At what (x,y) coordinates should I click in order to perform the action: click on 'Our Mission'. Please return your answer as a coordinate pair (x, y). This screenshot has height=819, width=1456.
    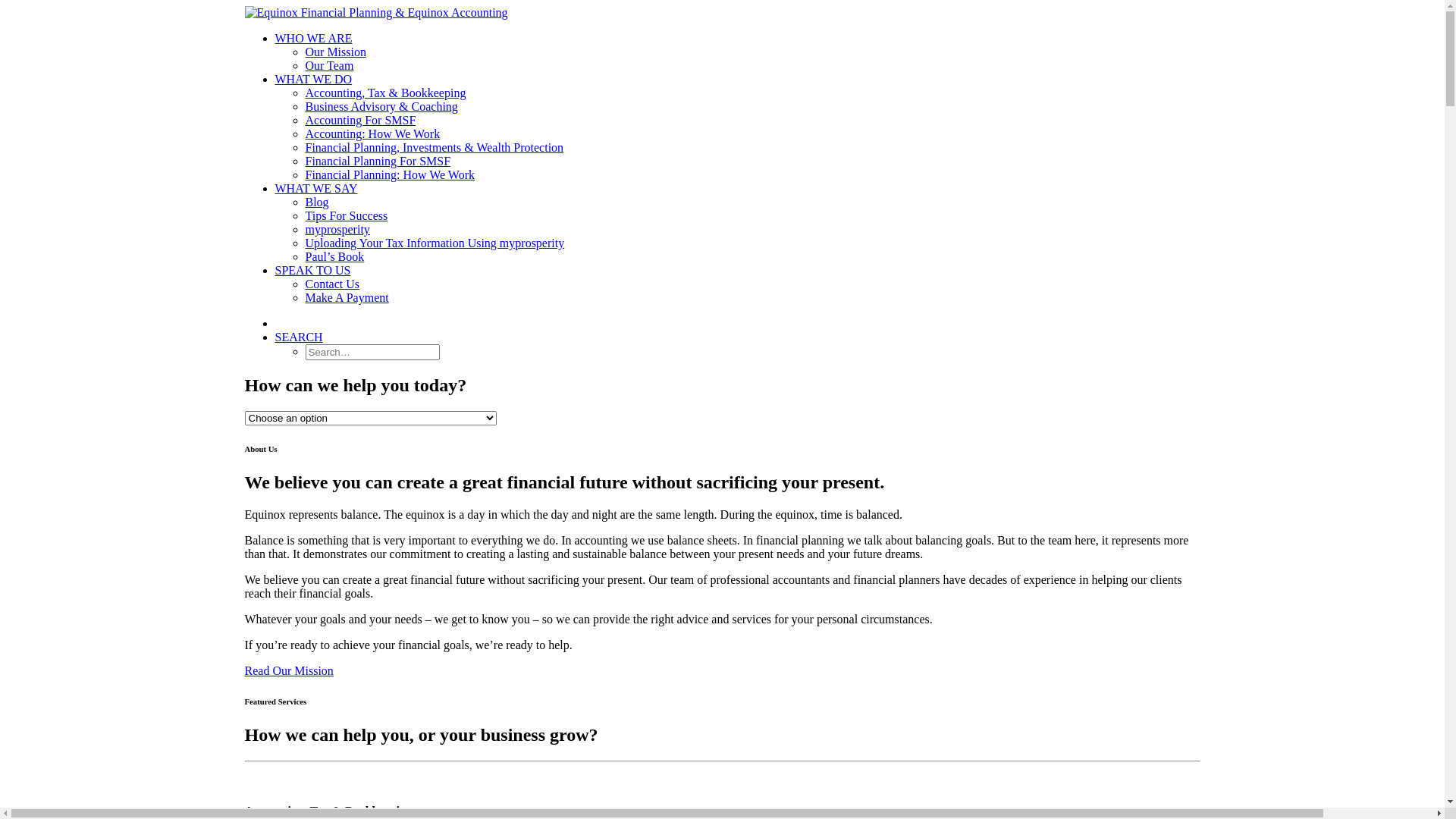
    Looking at the image, I should click on (334, 51).